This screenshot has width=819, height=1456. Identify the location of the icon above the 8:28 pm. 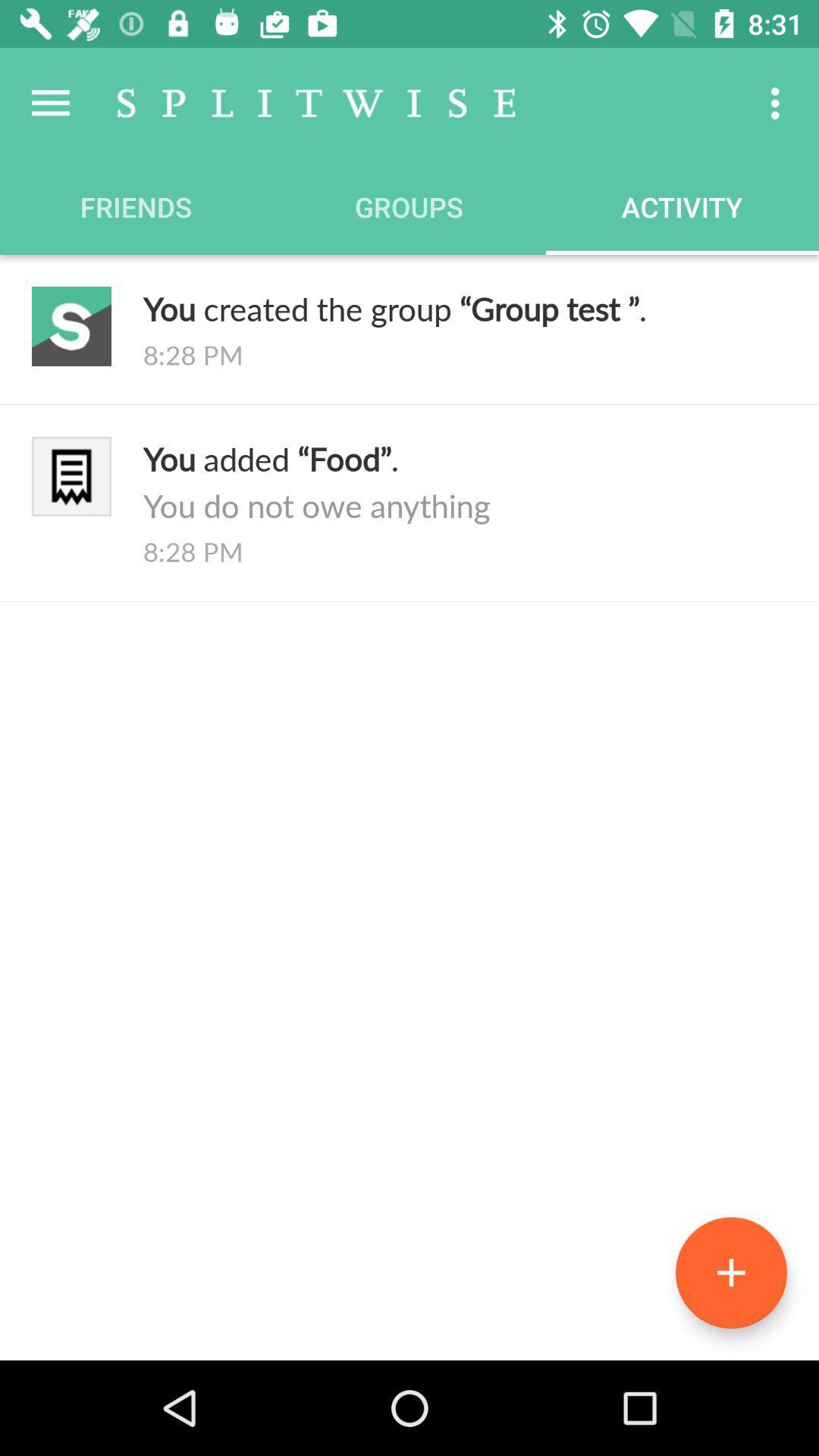
(464, 307).